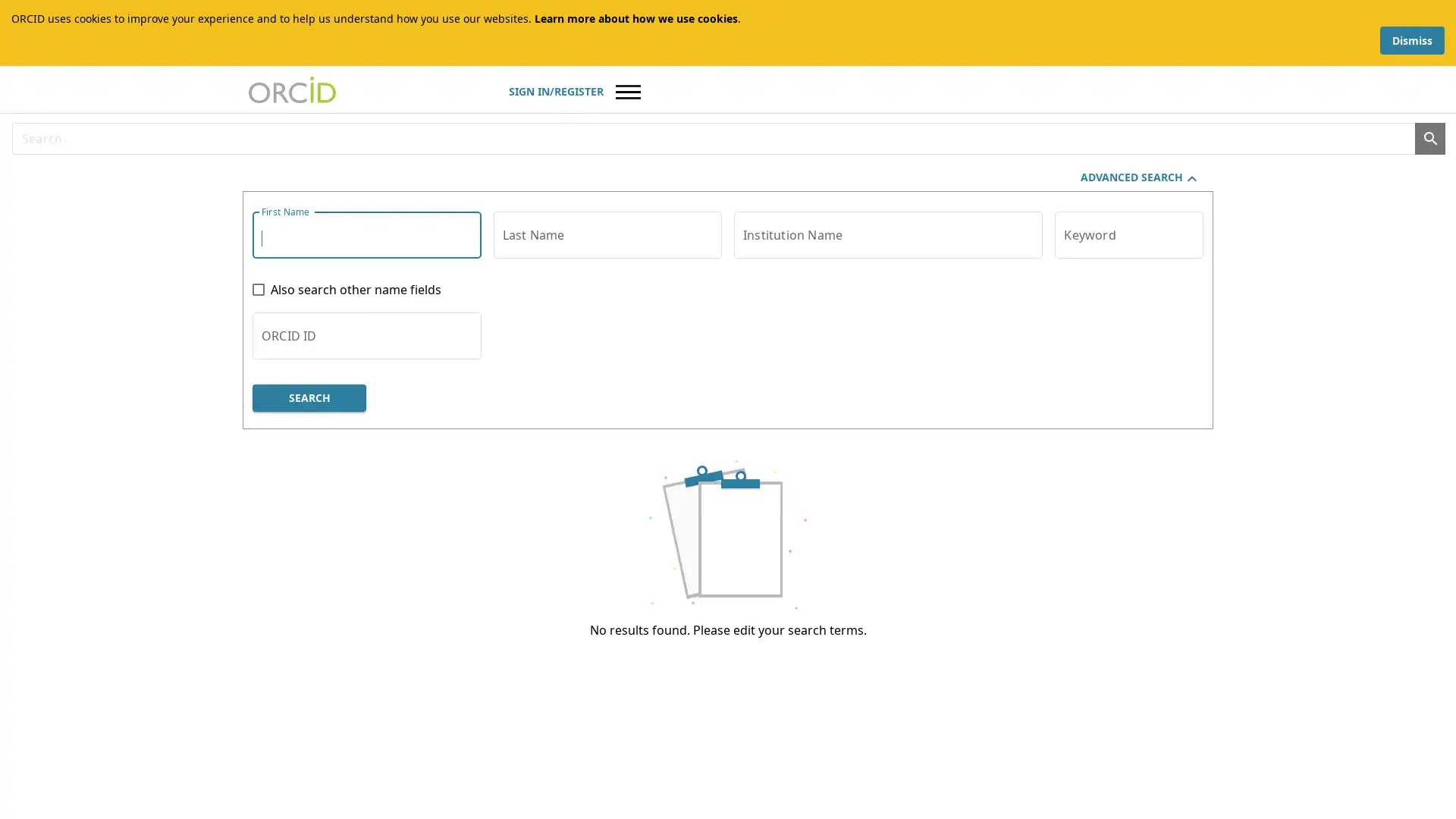 Image resolution: width=1456 pixels, height=819 pixels. Describe the element at coordinates (400, 171) in the screenshot. I see `FOR RESEARCHERS` at that location.